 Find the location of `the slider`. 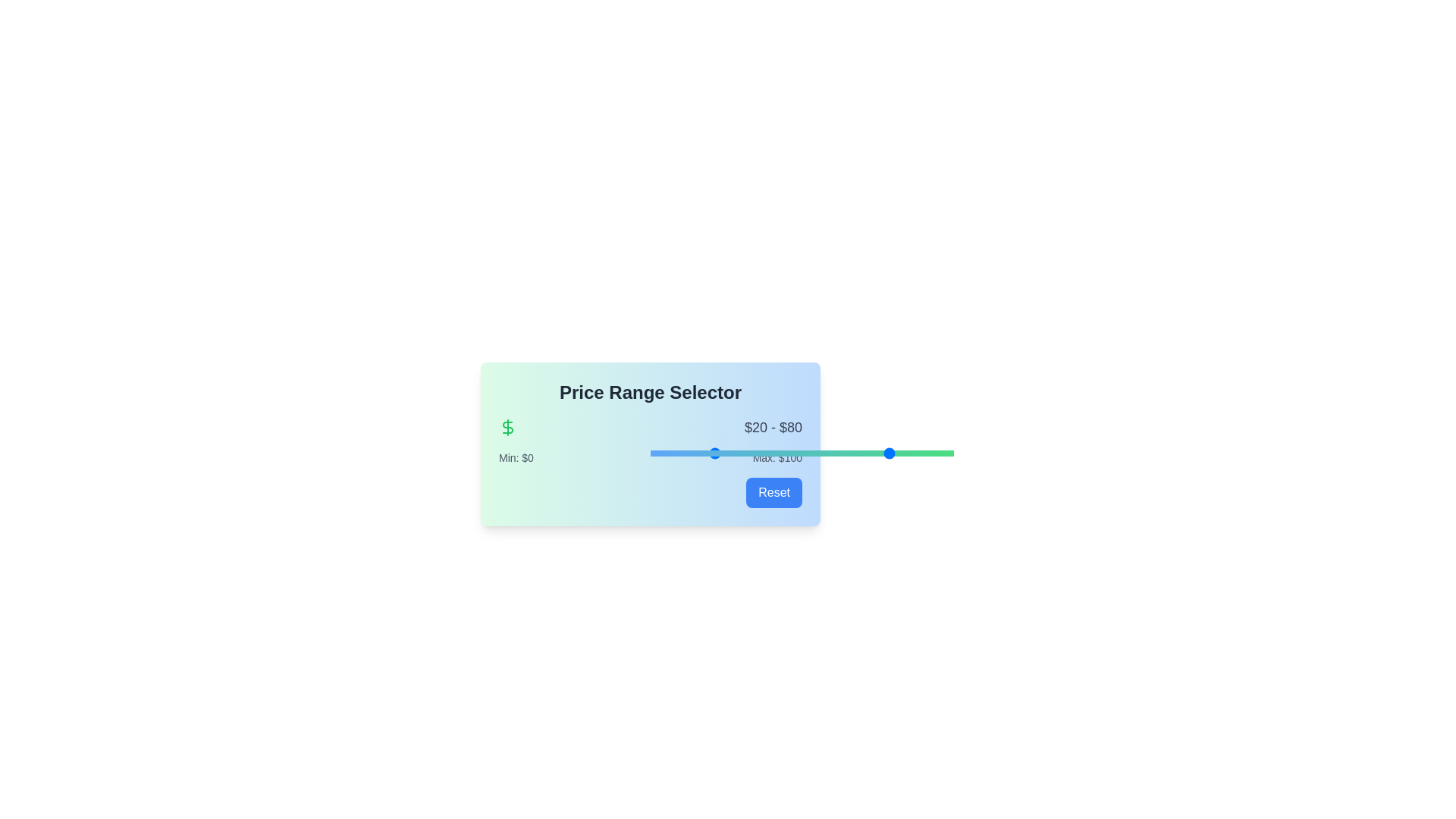

the slider is located at coordinates (760, 452).